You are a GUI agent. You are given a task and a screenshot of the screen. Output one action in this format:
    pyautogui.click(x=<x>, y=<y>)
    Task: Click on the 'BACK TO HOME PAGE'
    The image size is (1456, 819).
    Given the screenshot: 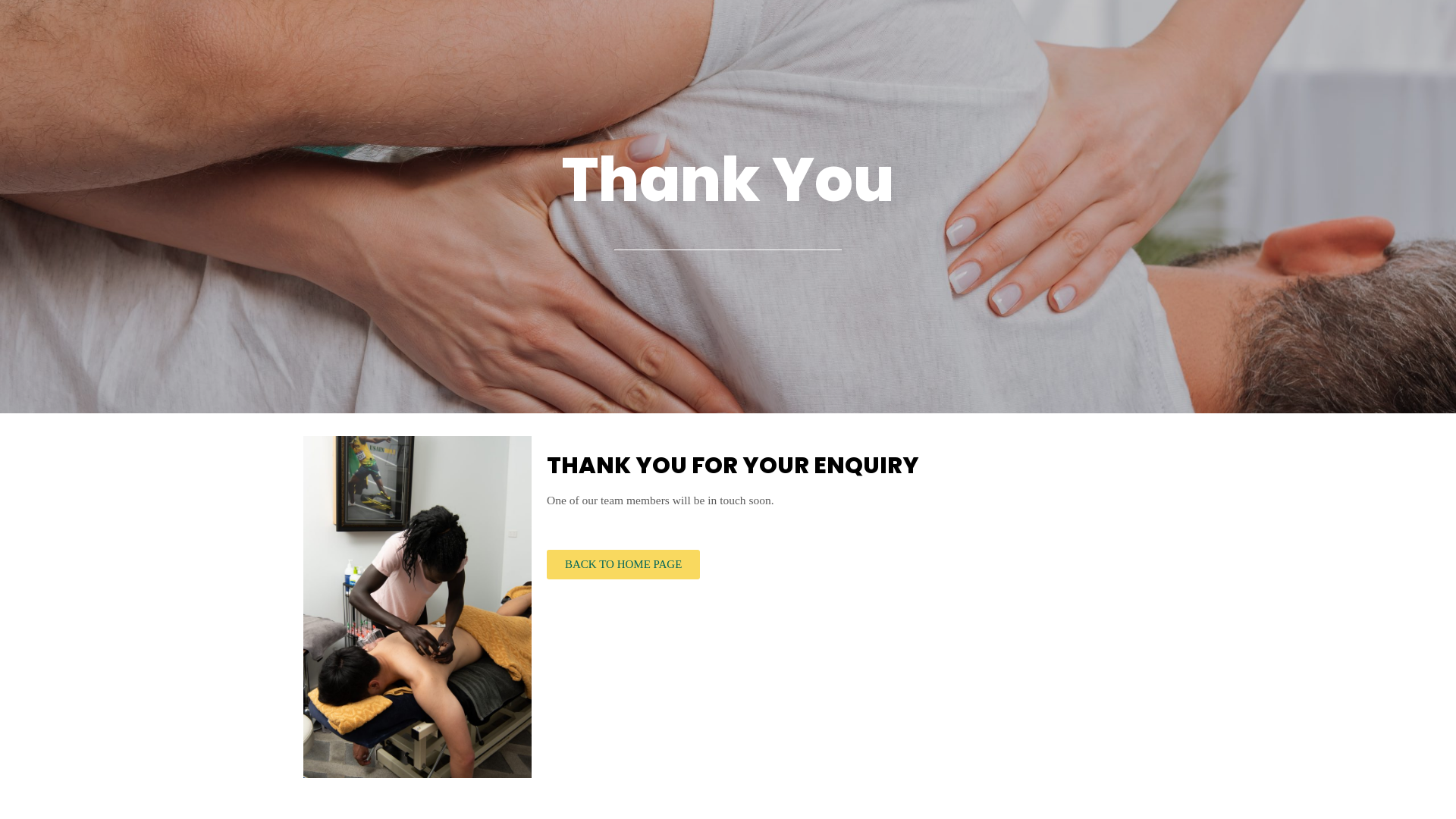 What is the action you would take?
    pyautogui.click(x=623, y=564)
    